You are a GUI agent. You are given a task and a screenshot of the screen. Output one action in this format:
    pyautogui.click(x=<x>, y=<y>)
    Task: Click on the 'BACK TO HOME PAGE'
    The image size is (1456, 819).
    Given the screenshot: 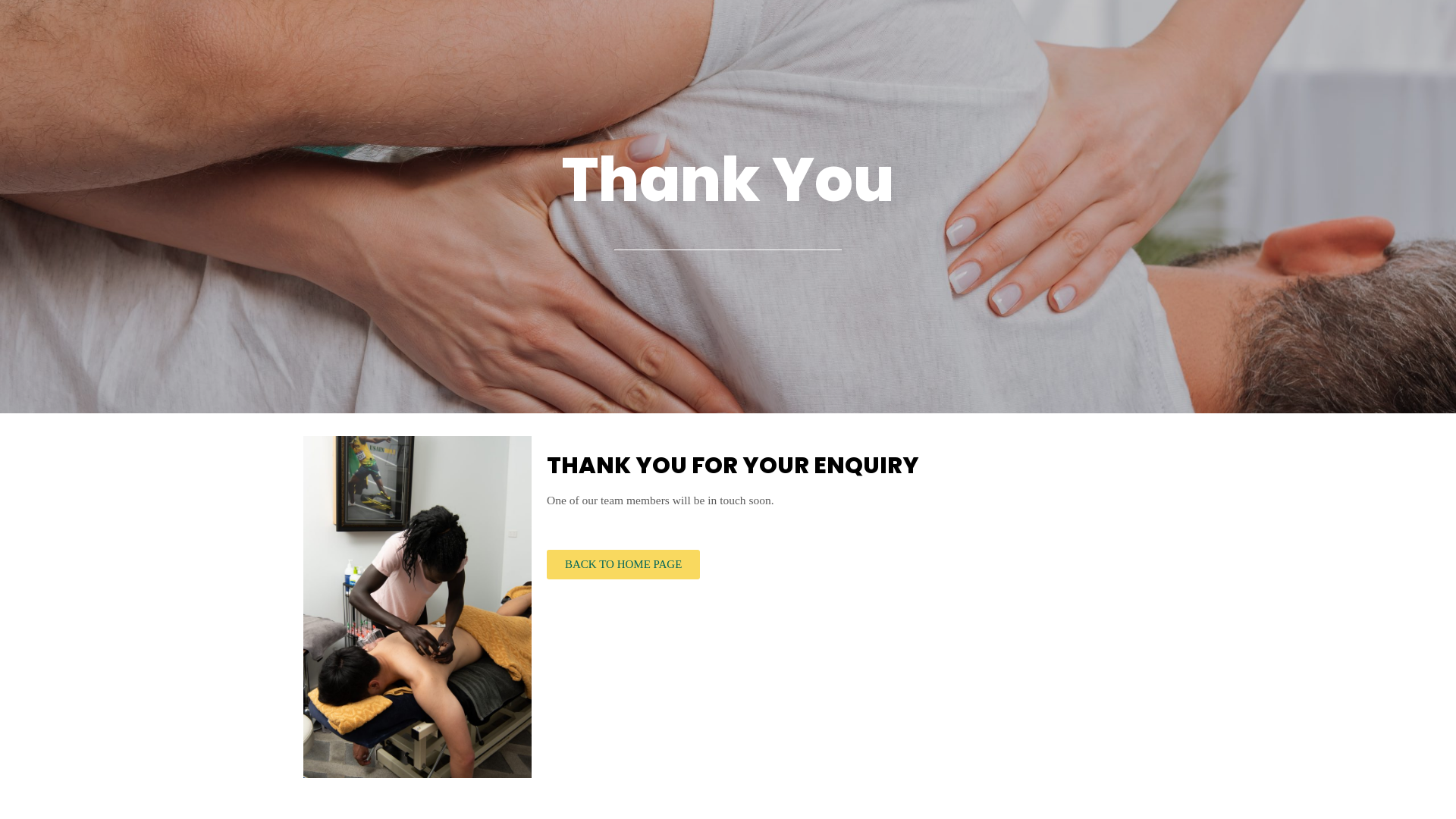 What is the action you would take?
    pyautogui.click(x=623, y=564)
    